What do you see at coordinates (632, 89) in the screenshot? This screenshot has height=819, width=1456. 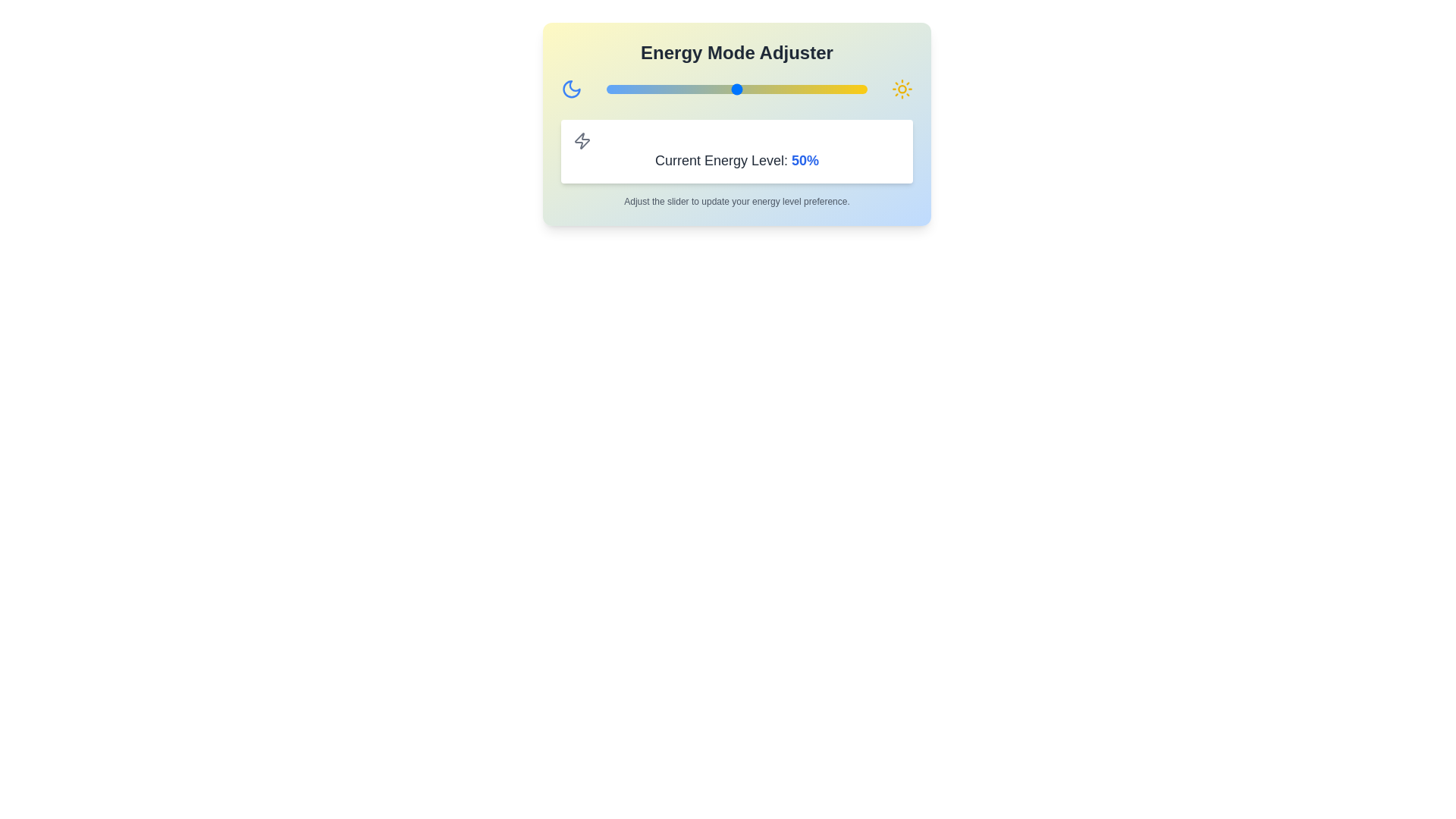 I see `the slider to set the energy level to 10%` at bounding box center [632, 89].